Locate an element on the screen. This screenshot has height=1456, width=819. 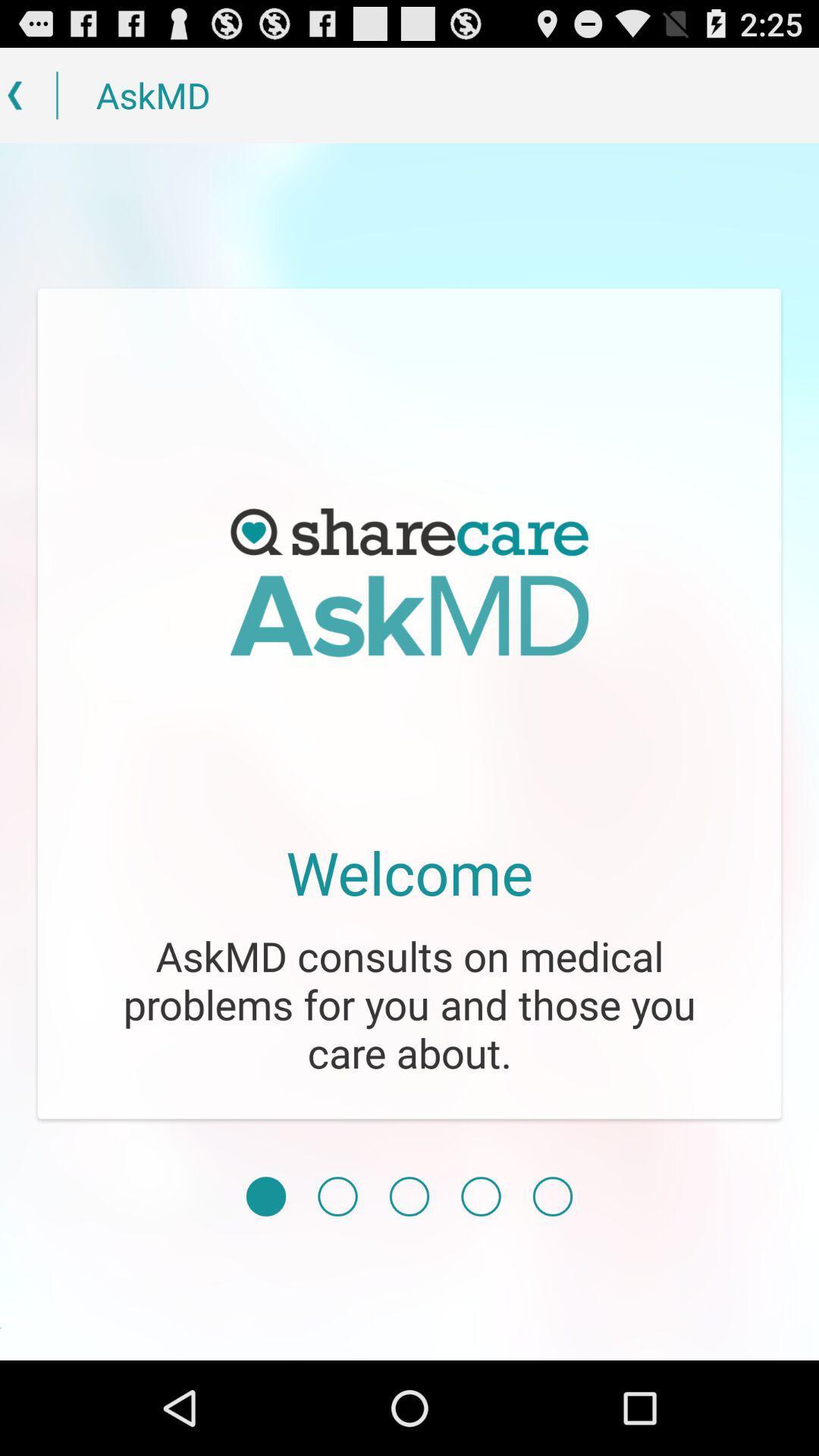
icon below the askmd consults on item is located at coordinates (481, 1196).